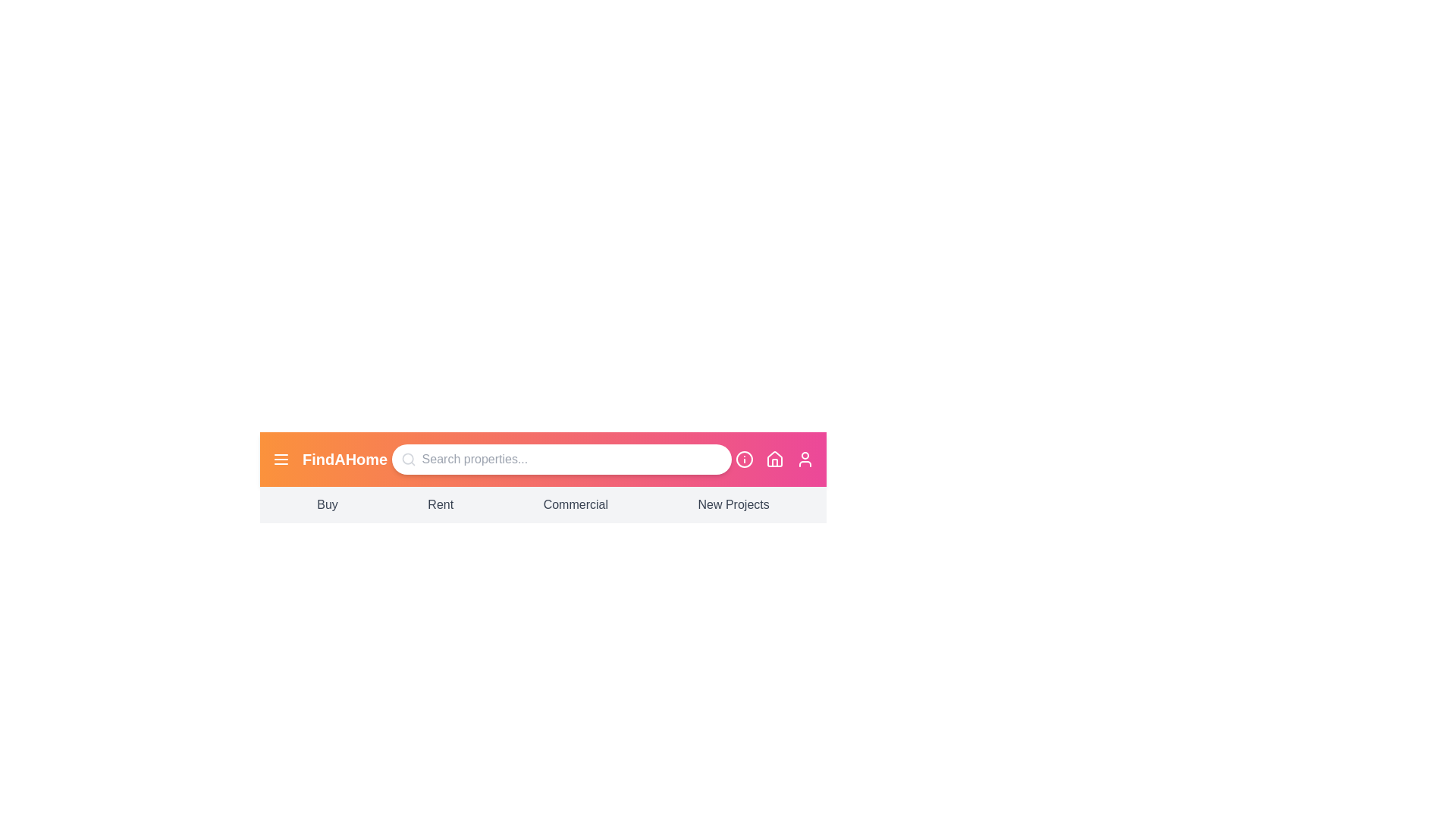 The height and width of the screenshot is (819, 1456). I want to click on the 'Info' icon to access the information section, so click(745, 458).